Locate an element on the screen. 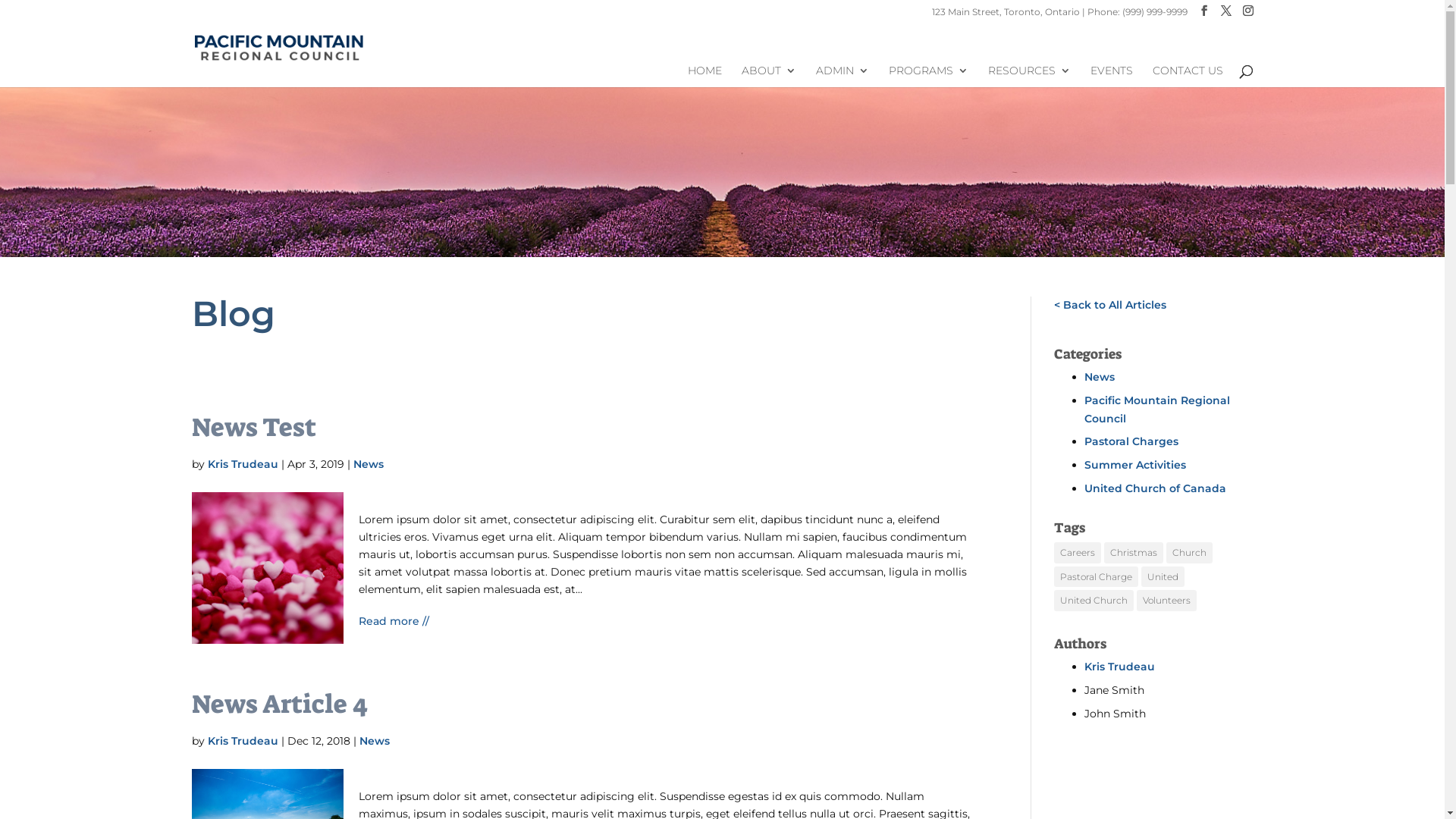 Image resolution: width=1456 pixels, height=819 pixels. 'United Church' is located at coordinates (1094, 599).